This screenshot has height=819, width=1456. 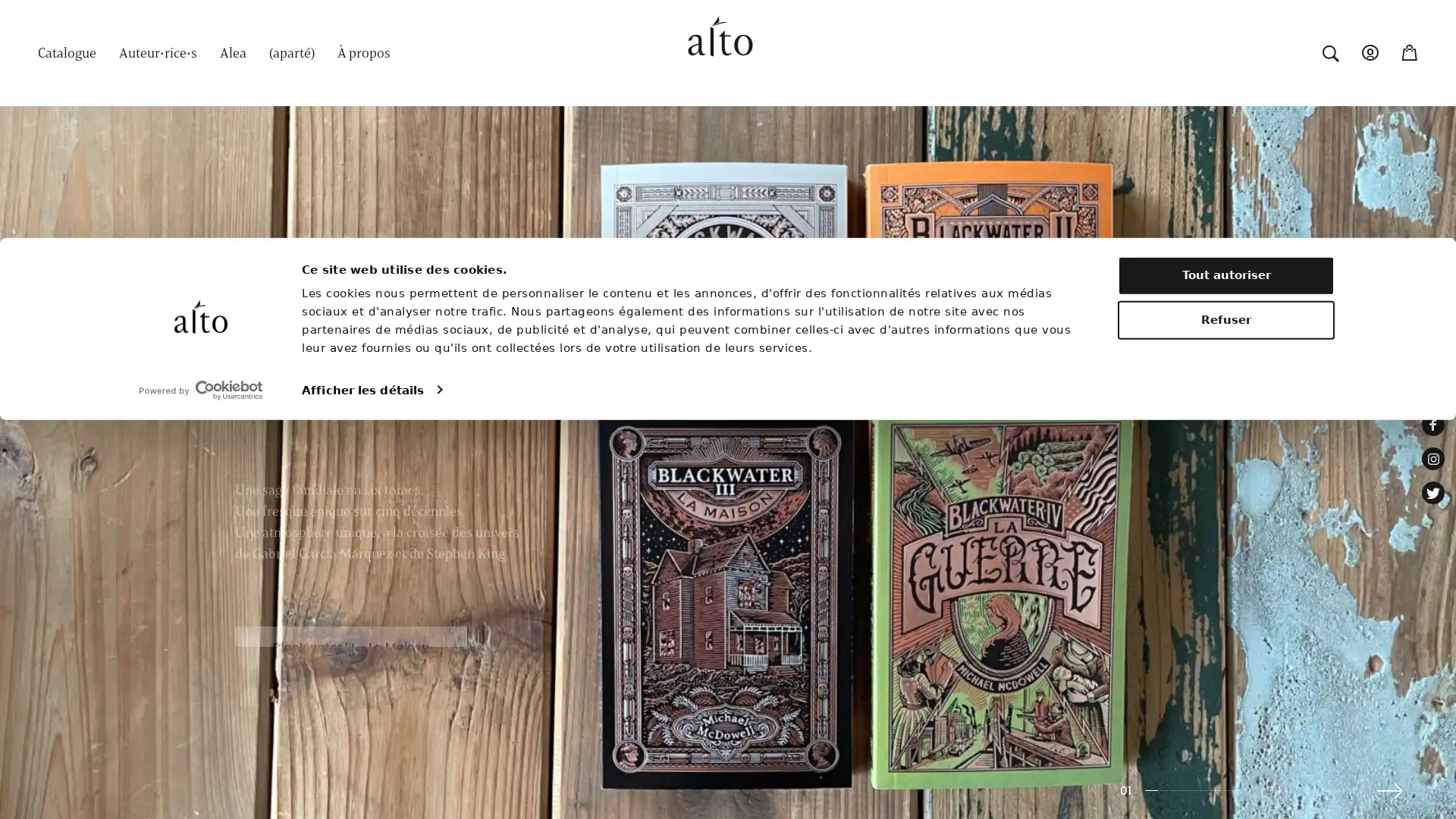 I want to click on Alea, so click(x=232, y=52).